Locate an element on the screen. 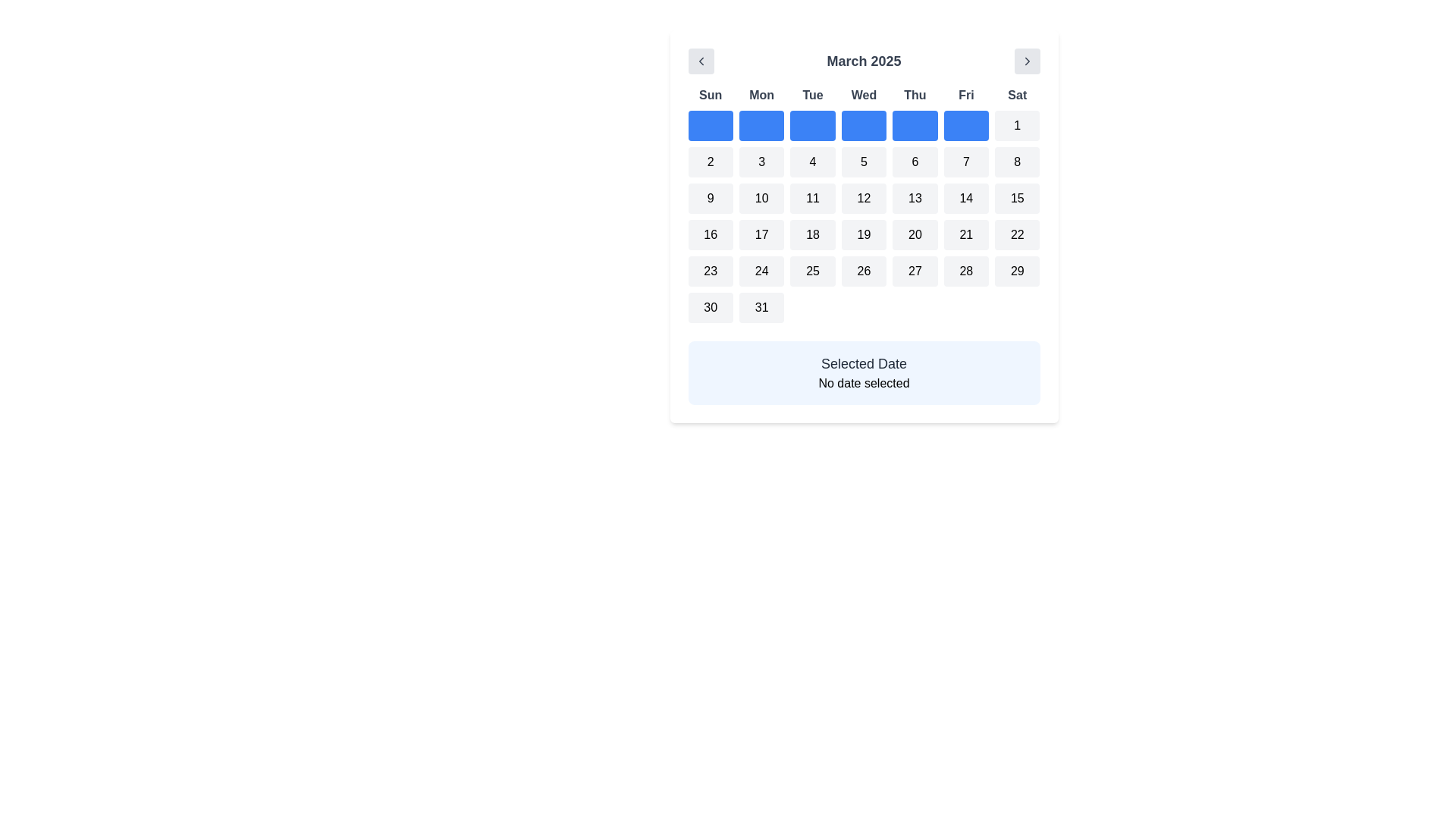 The image size is (1456, 819). the text label that reads 'No date selected', which is positioned within a light blue box labeled 'Selected Date' is located at coordinates (864, 382).